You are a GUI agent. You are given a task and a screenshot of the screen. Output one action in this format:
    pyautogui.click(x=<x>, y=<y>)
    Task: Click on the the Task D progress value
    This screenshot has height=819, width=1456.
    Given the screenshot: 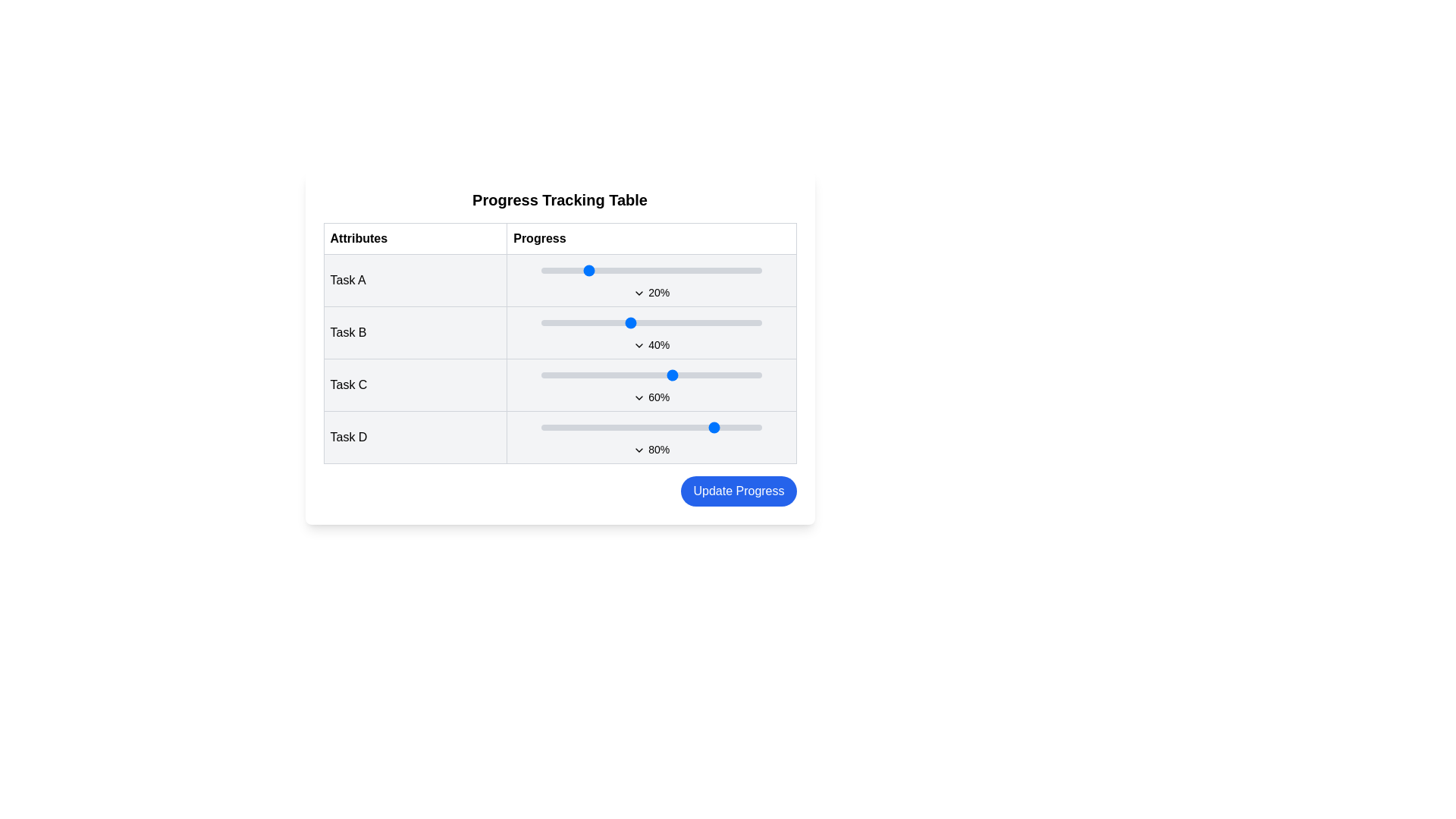 What is the action you would take?
    pyautogui.click(x=697, y=427)
    